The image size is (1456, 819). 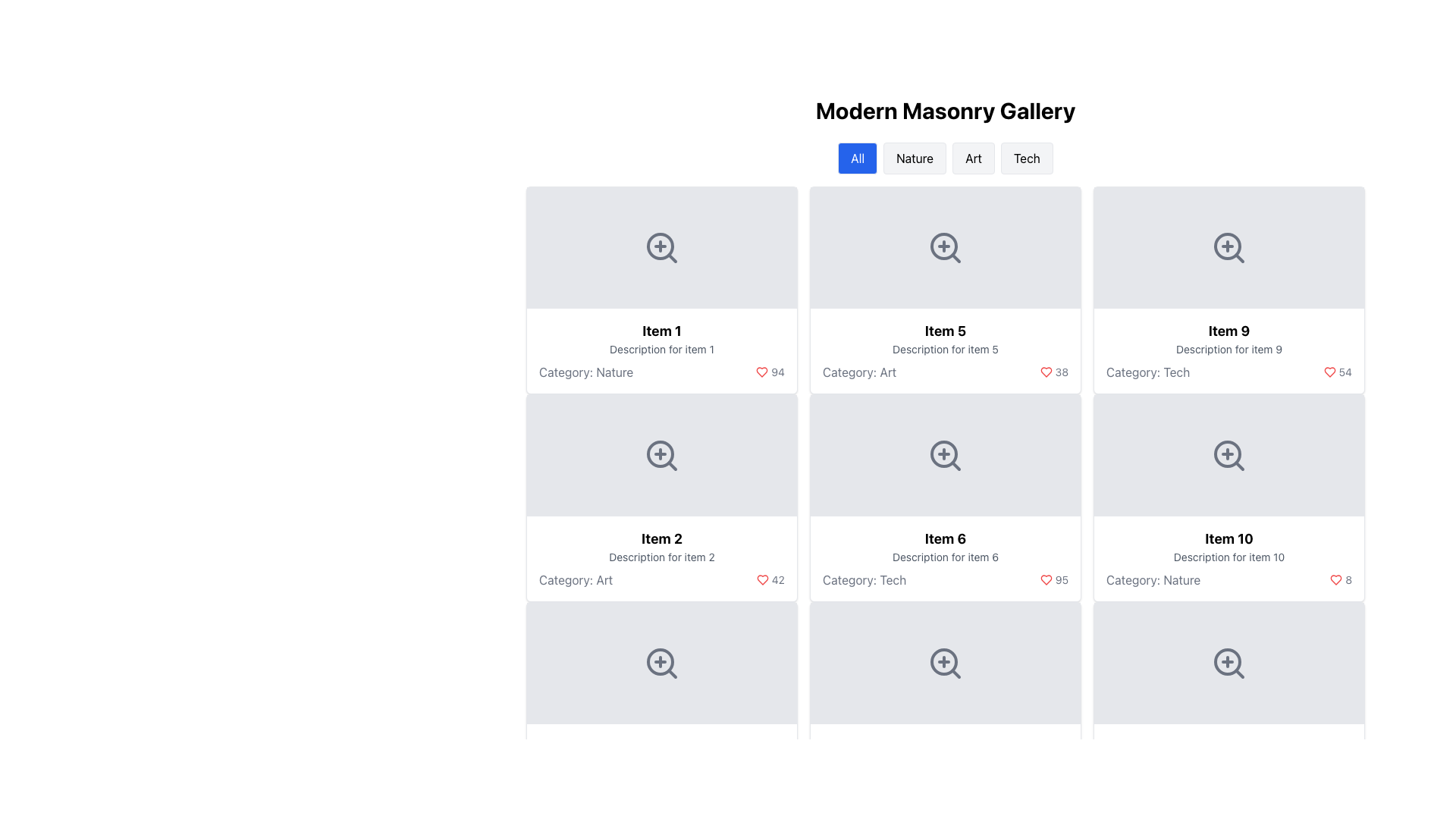 What do you see at coordinates (955, 673) in the screenshot?
I see `graphical element that forms the handle of the zoom-in magnifying glass icon, positioned diagonally within the circle` at bounding box center [955, 673].